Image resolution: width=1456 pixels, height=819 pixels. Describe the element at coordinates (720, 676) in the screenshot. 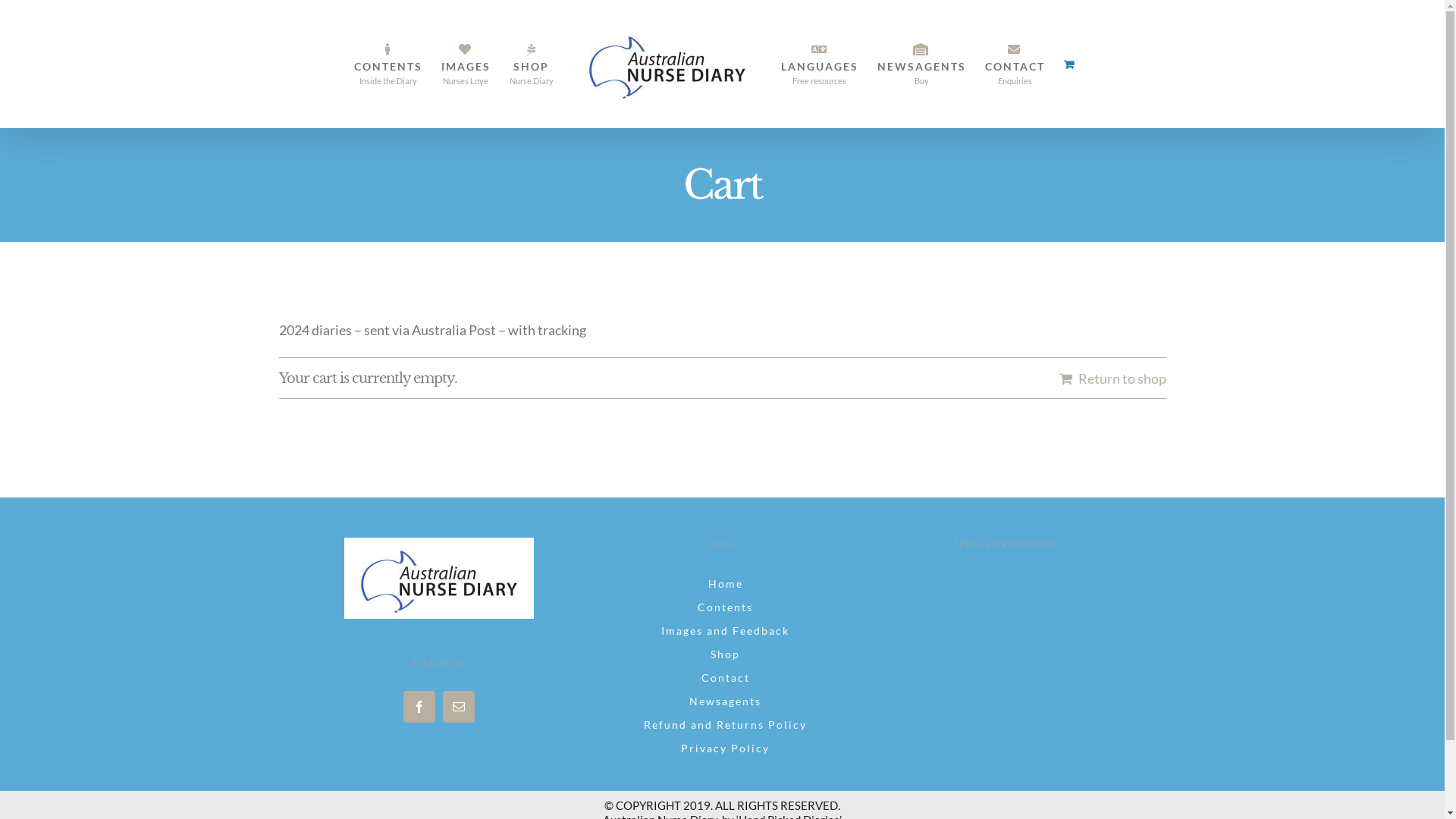

I see `'Contact'` at that location.